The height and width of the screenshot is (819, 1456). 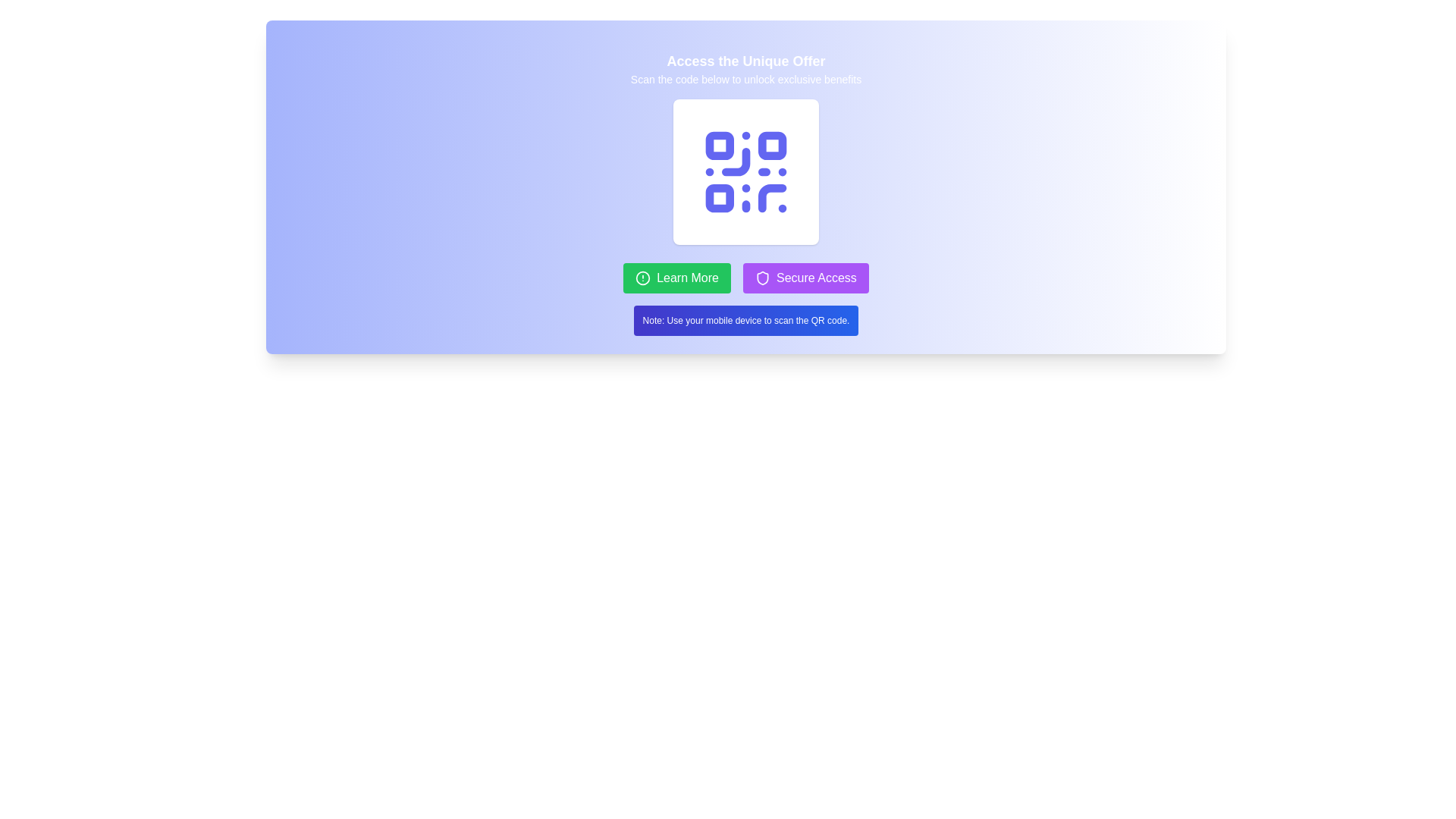 I want to click on the QR code placeholder, which is a centered graphic in a rounded white square box with shadowing, located below the offer text and above the buttons, so click(x=745, y=171).